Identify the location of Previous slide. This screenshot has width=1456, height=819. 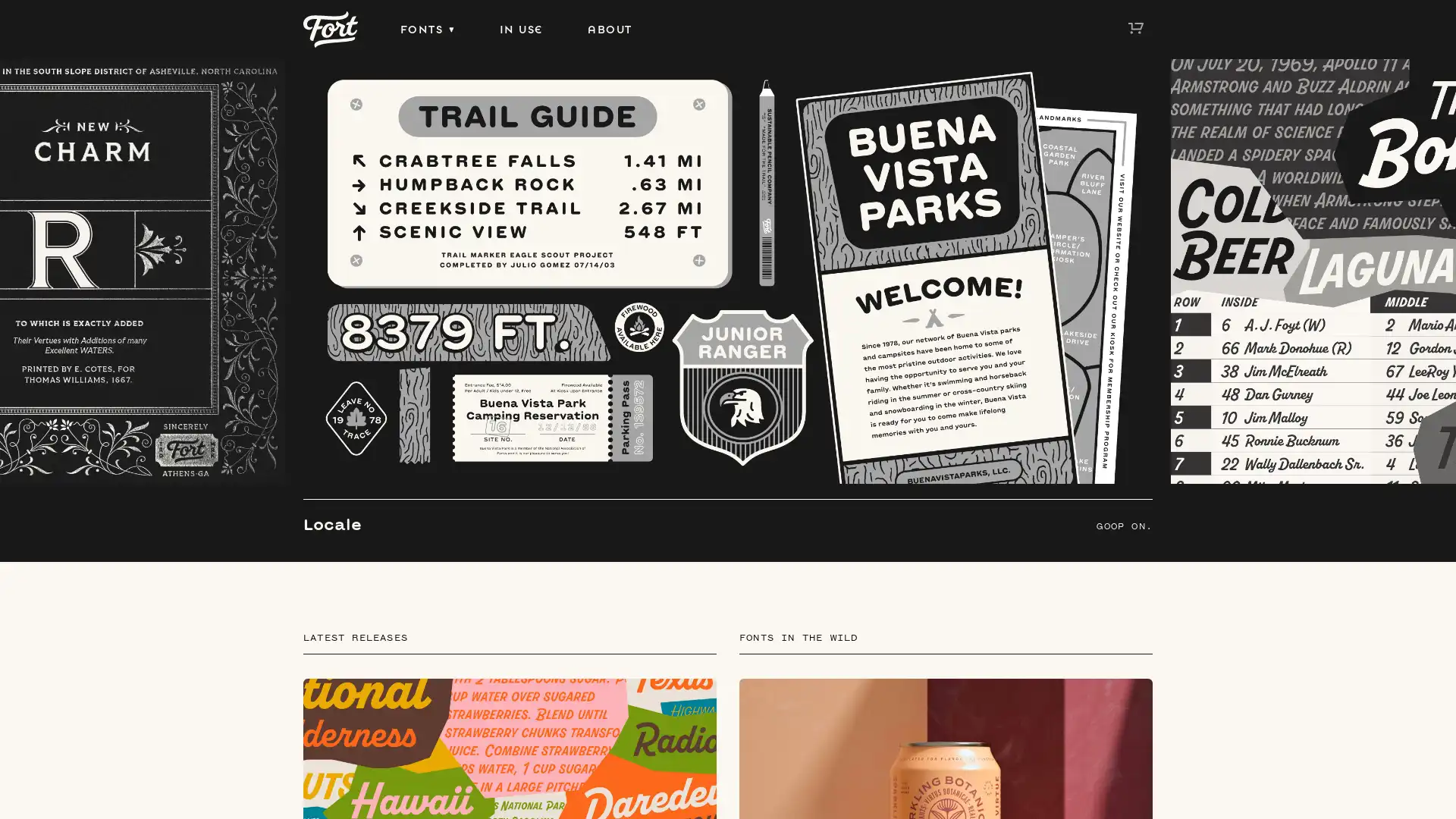
(25, 411).